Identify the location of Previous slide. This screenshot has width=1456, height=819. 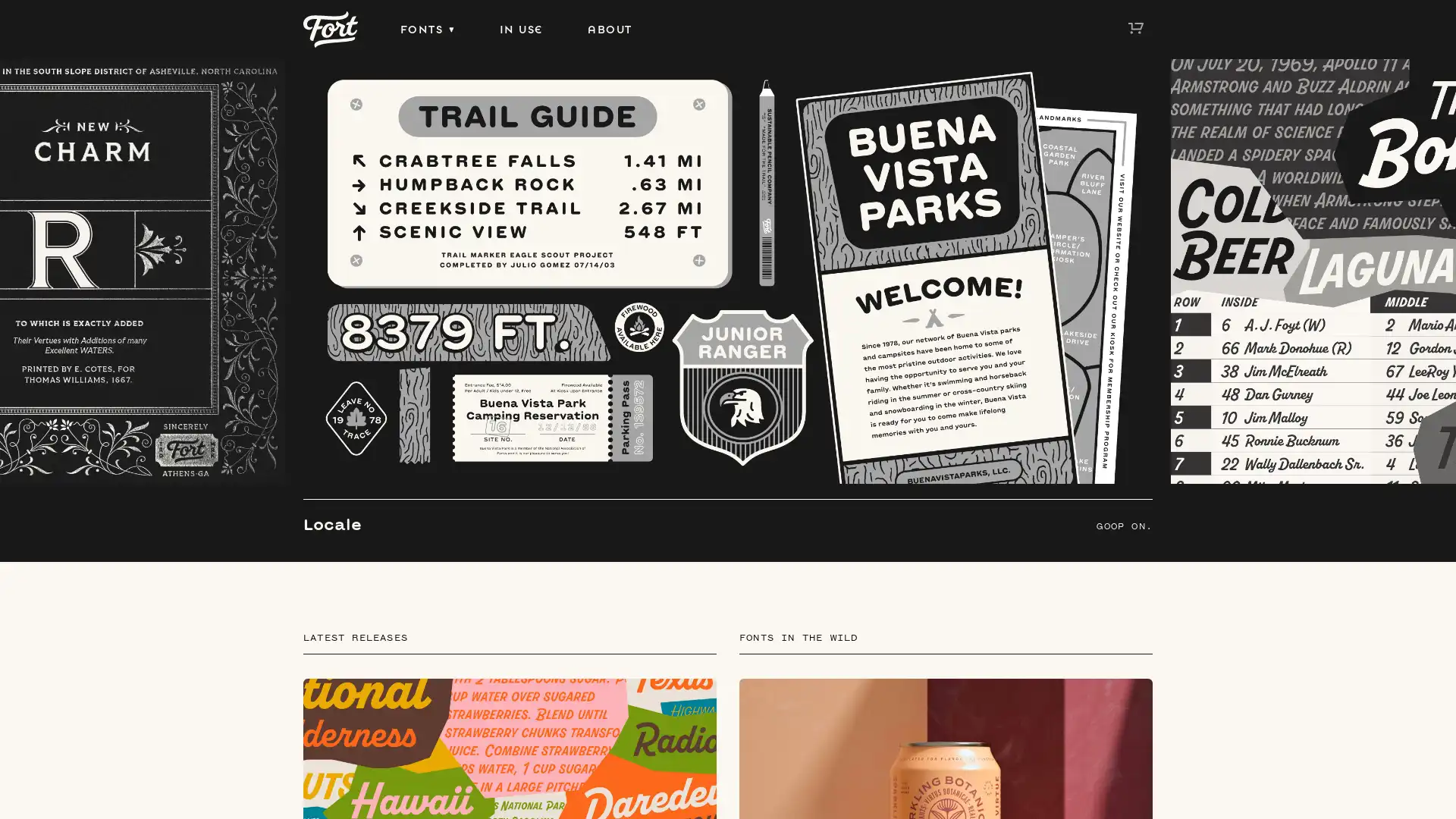
(25, 411).